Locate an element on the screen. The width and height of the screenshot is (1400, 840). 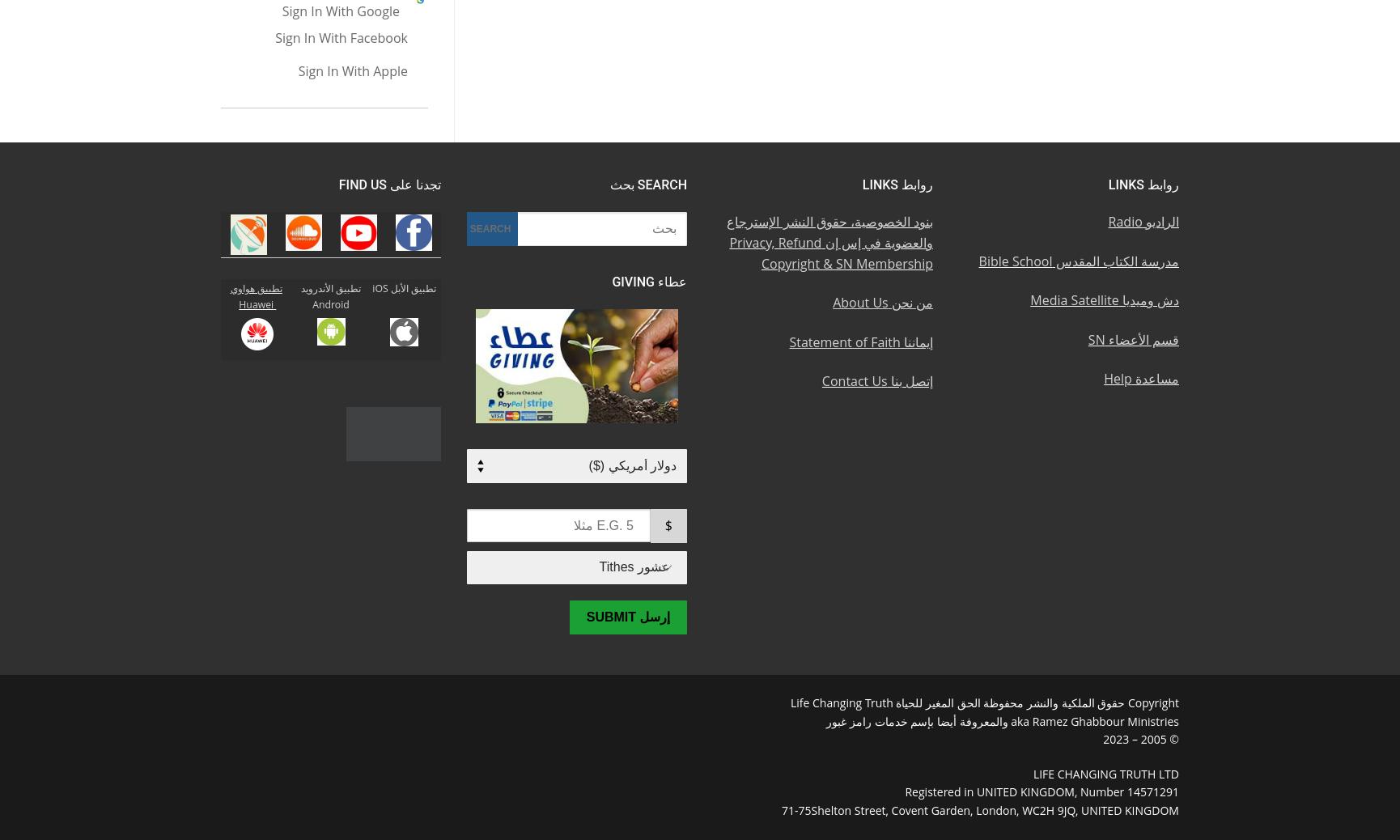
'إتصل بنا Contact Us' is located at coordinates (876, 381).